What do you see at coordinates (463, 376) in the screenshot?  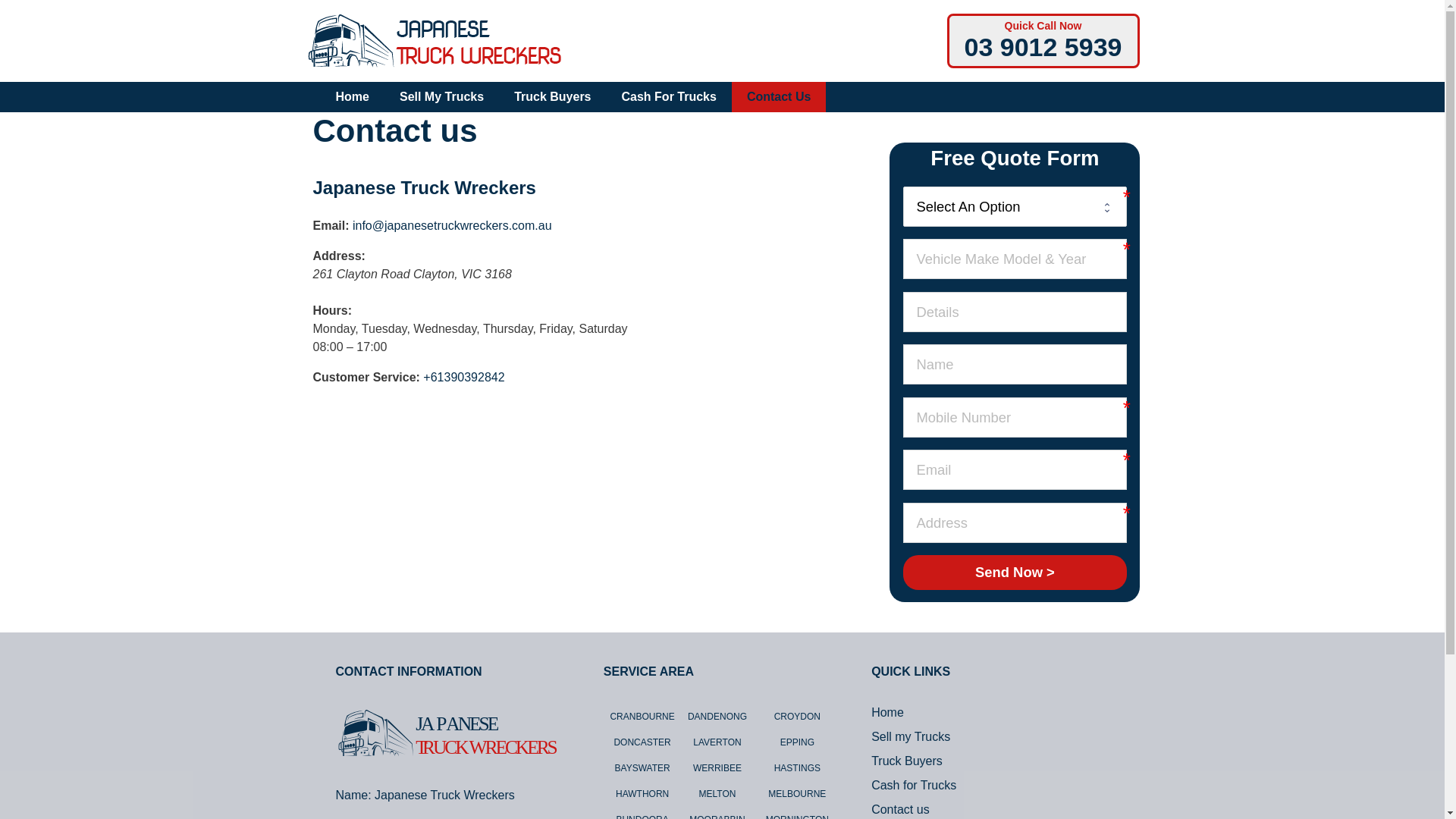 I see `'+61390392842'` at bounding box center [463, 376].